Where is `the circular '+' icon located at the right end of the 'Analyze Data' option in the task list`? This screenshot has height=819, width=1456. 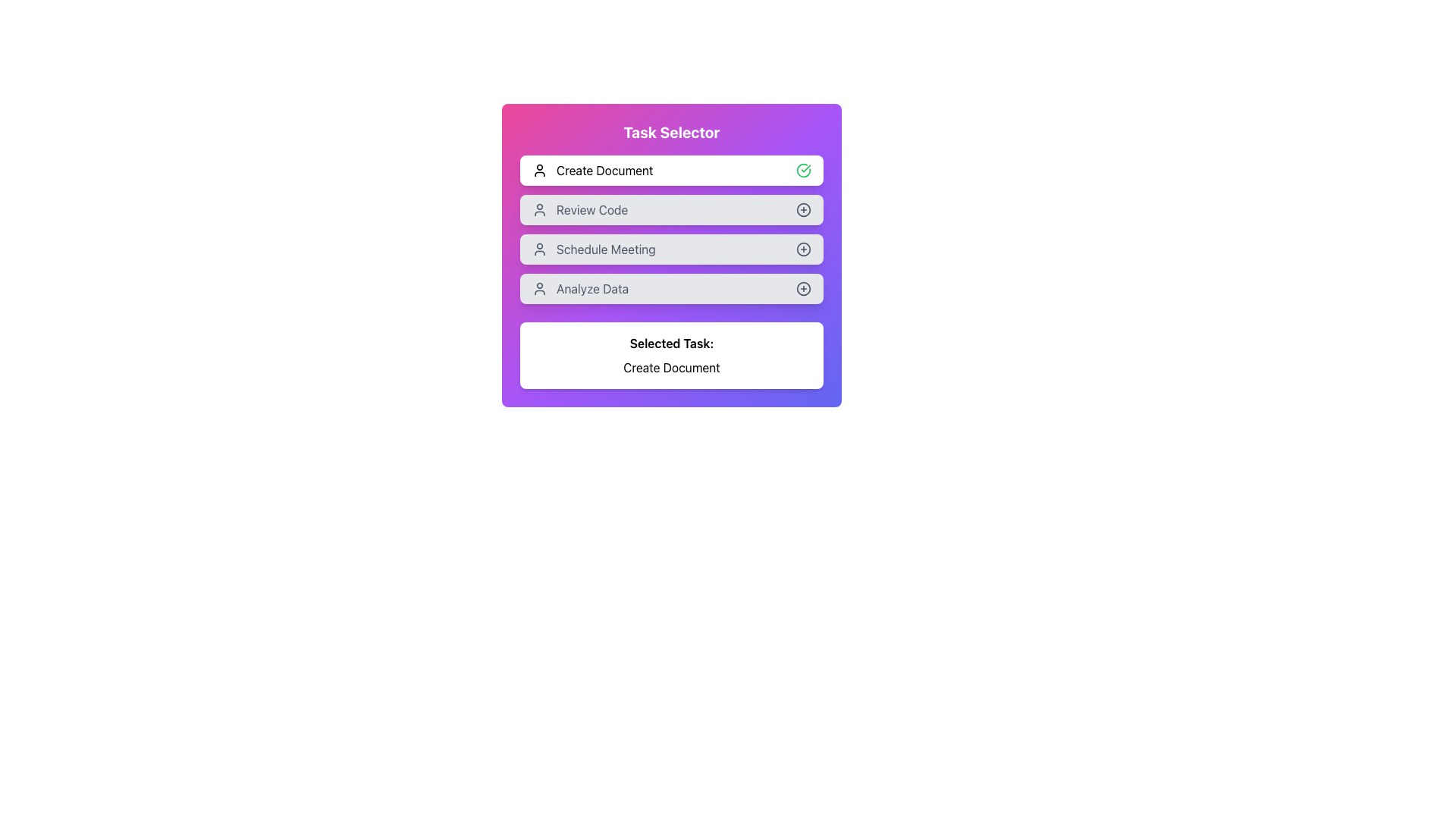
the circular '+' icon located at the right end of the 'Analyze Data' option in the task list is located at coordinates (803, 289).